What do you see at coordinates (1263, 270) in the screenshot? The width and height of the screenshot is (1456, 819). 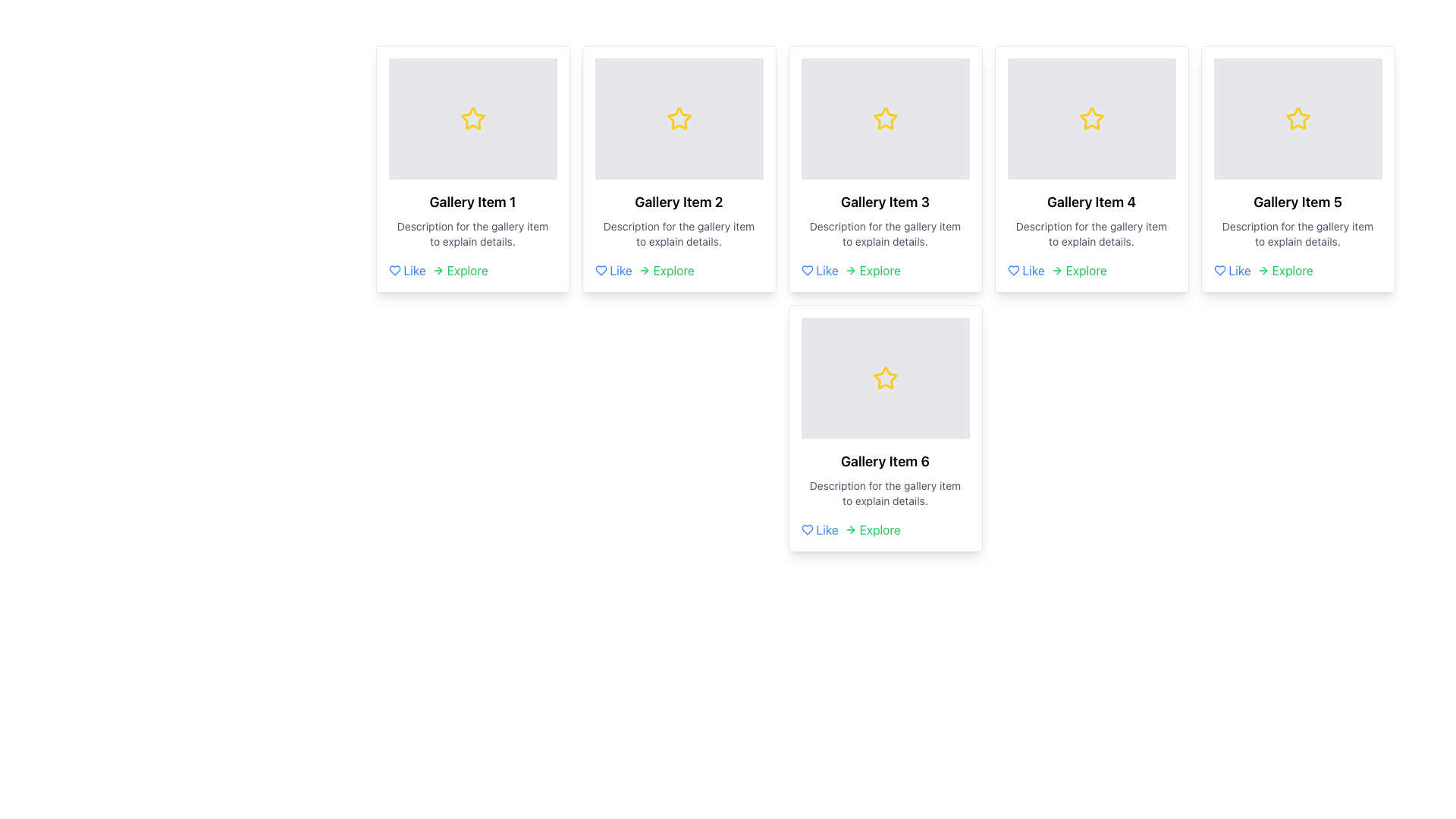 I see `the arrow icon located to the right of the 'Explore' link in the fifth gallery item labeled 'Gallery Item 5'` at bounding box center [1263, 270].